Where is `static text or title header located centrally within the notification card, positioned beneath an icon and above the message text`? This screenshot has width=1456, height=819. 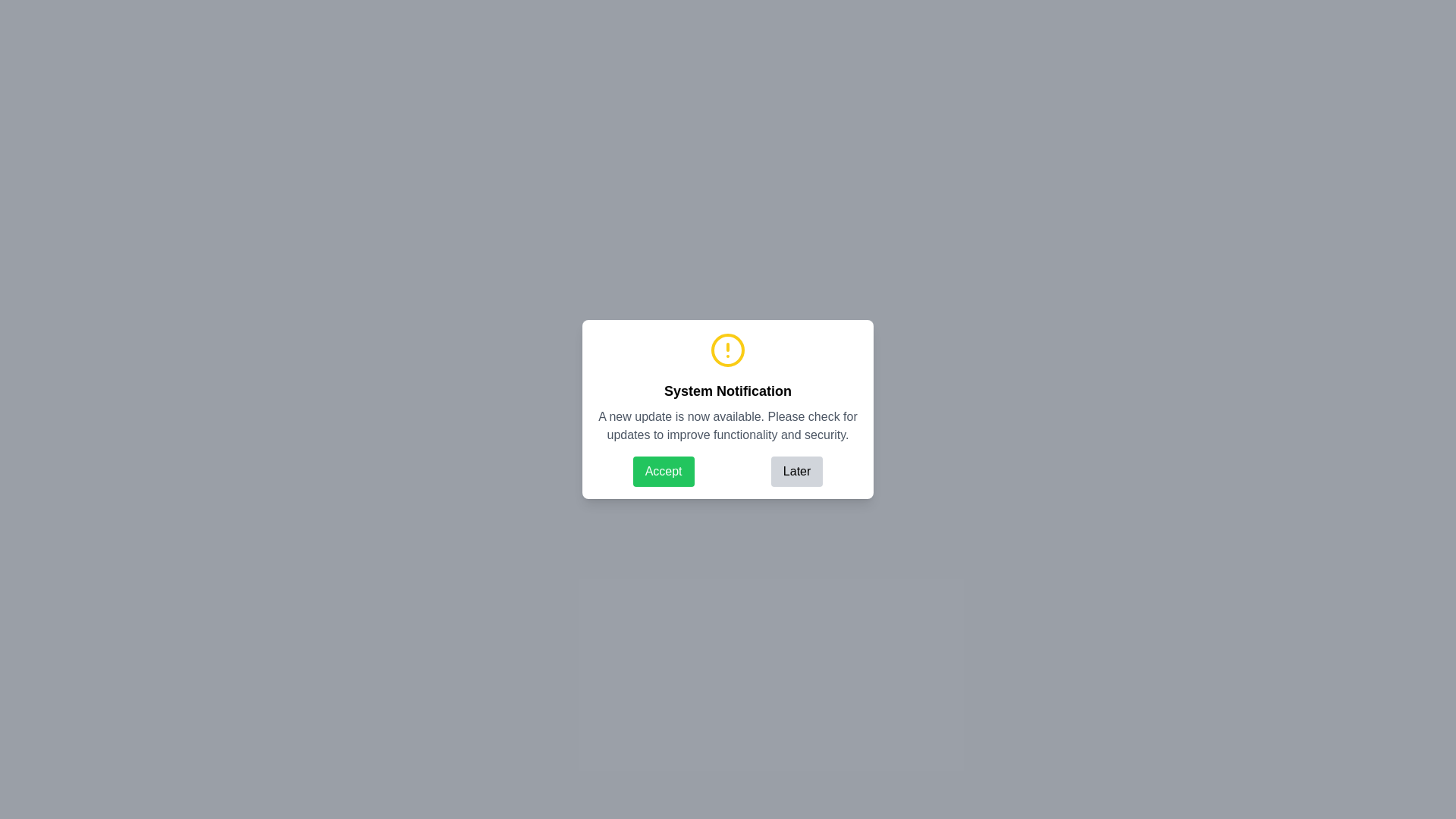
static text or title header located centrally within the notification card, positioned beneath an icon and above the message text is located at coordinates (728, 391).